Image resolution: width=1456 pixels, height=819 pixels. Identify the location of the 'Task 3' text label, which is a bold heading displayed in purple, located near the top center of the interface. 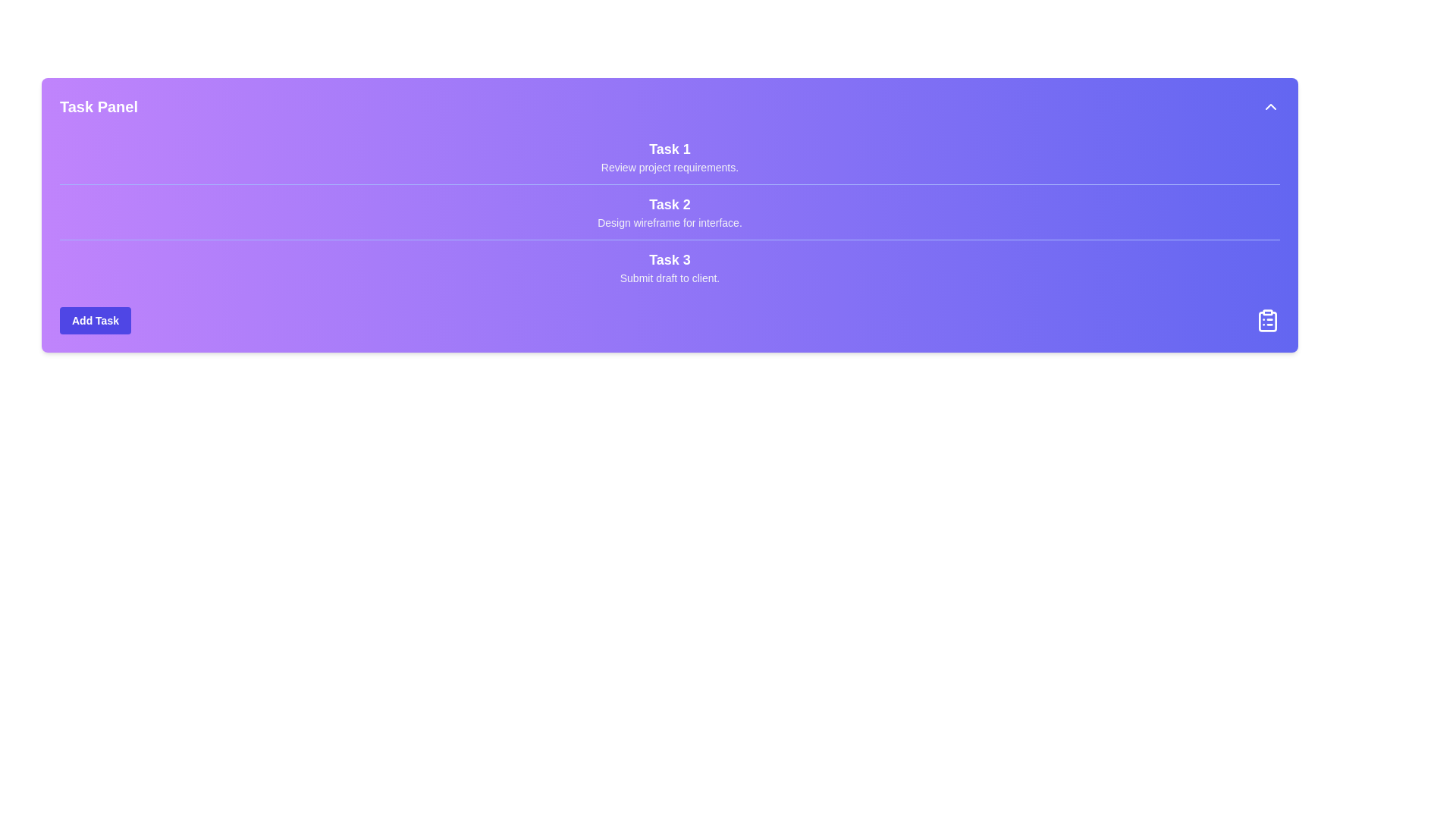
(669, 259).